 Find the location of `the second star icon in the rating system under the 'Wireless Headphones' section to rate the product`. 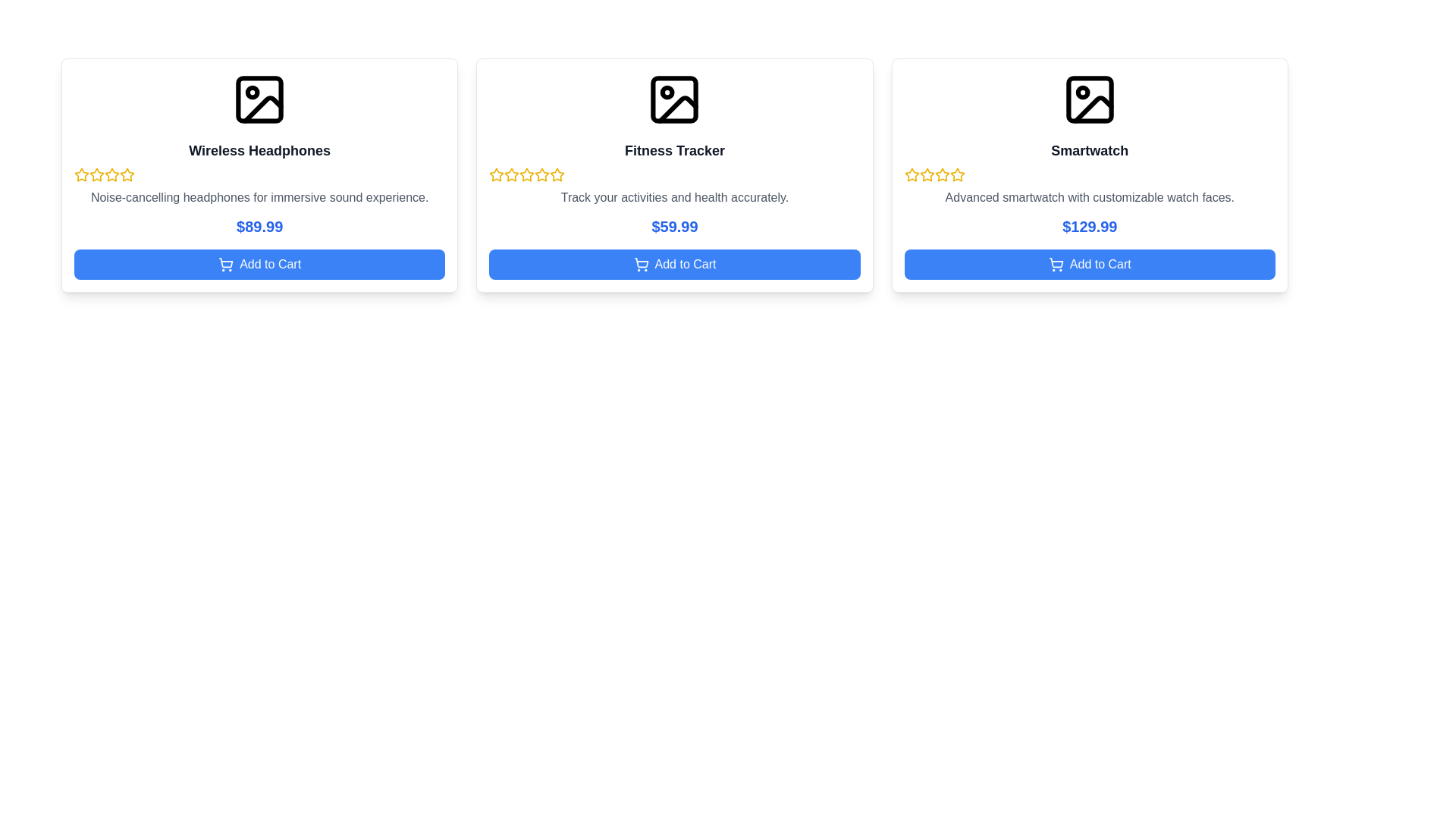

the second star icon in the rating system under the 'Wireless Headphones' section to rate the product is located at coordinates (111, 174).